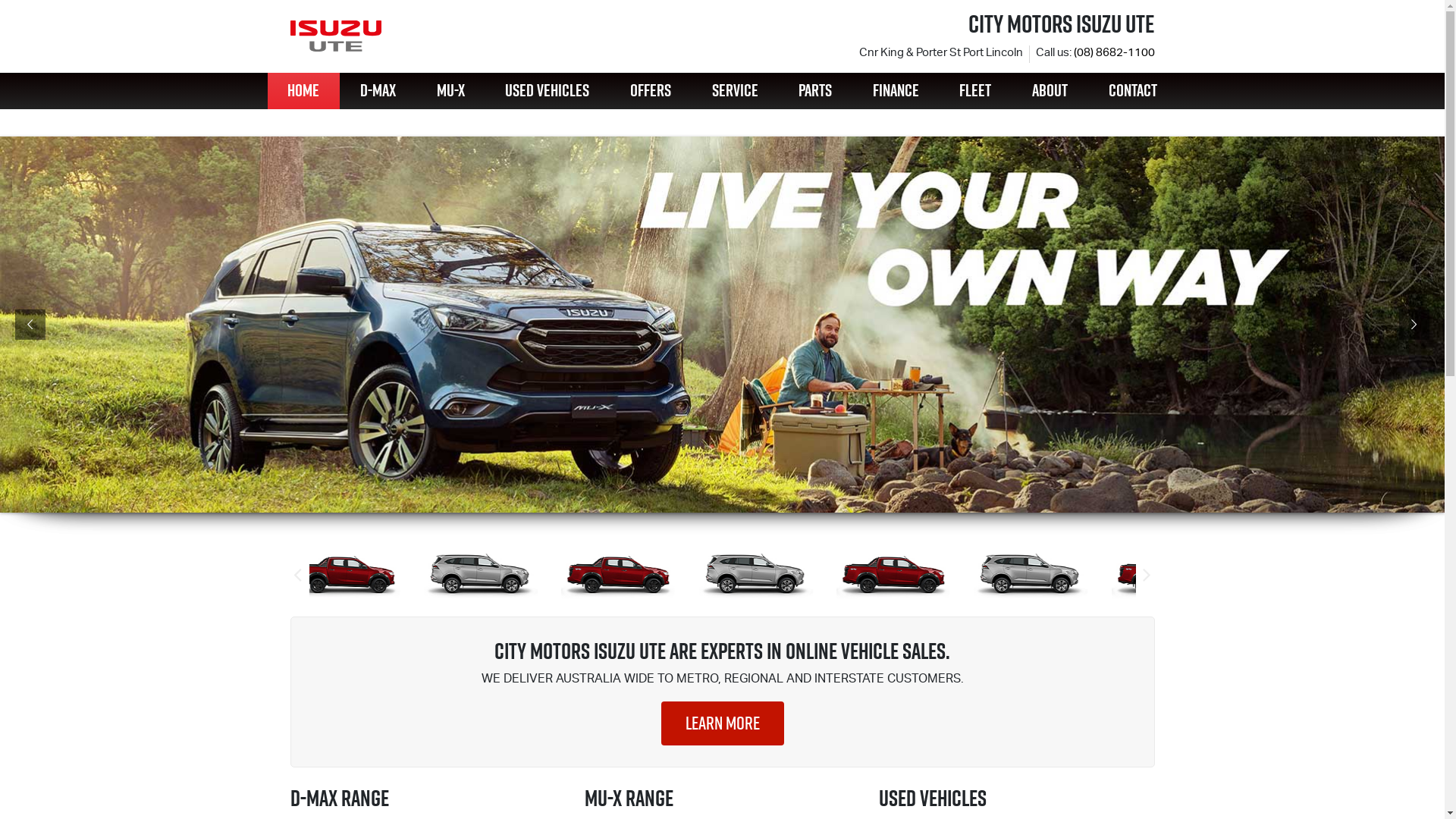 This screenshot has height=819, width=1456. What do you see at coordinates (1049, 90) in the screenshot?
I see `'ABOUT'` at bounding box center [1049, 90].